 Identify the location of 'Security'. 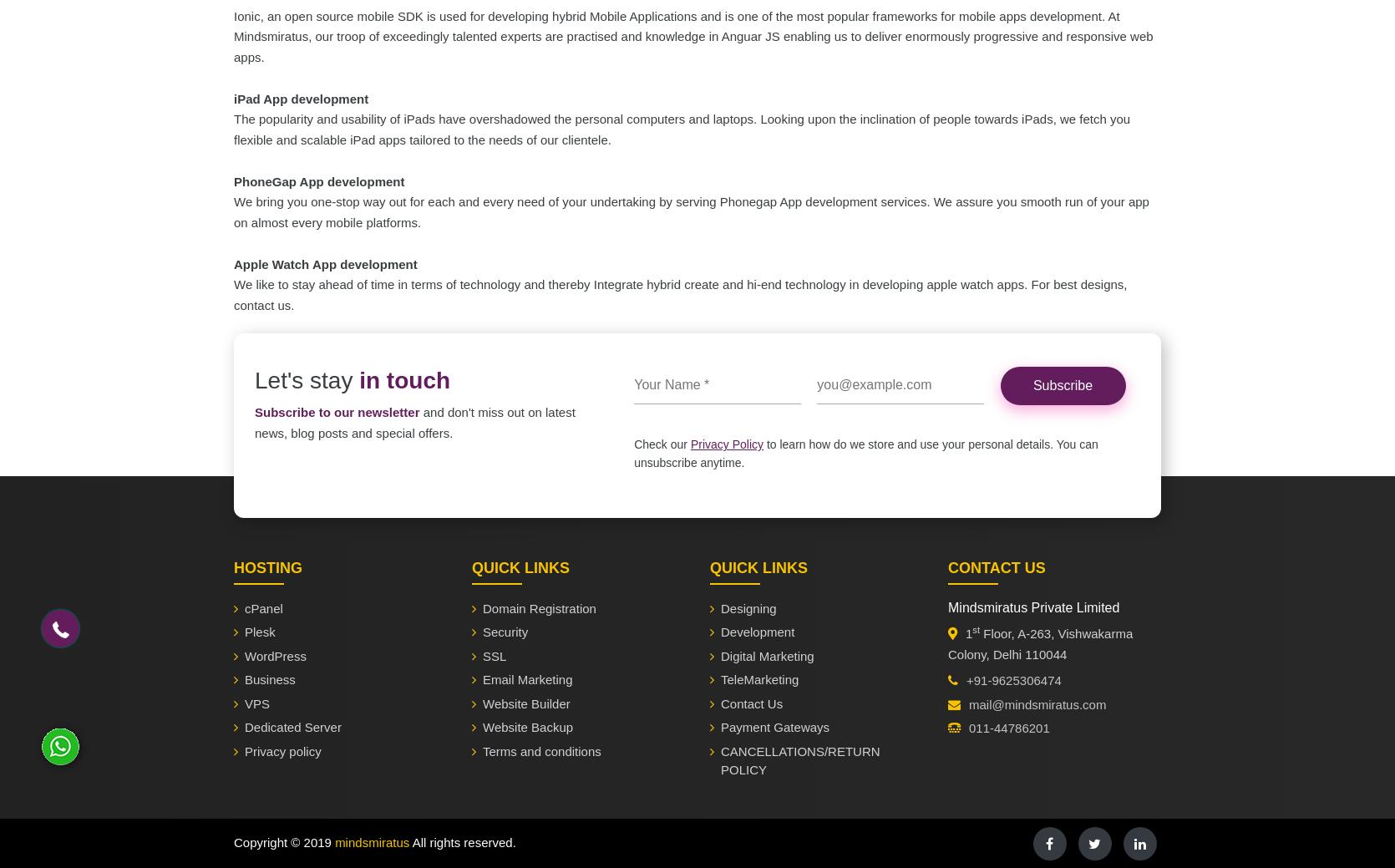
(505, 631).